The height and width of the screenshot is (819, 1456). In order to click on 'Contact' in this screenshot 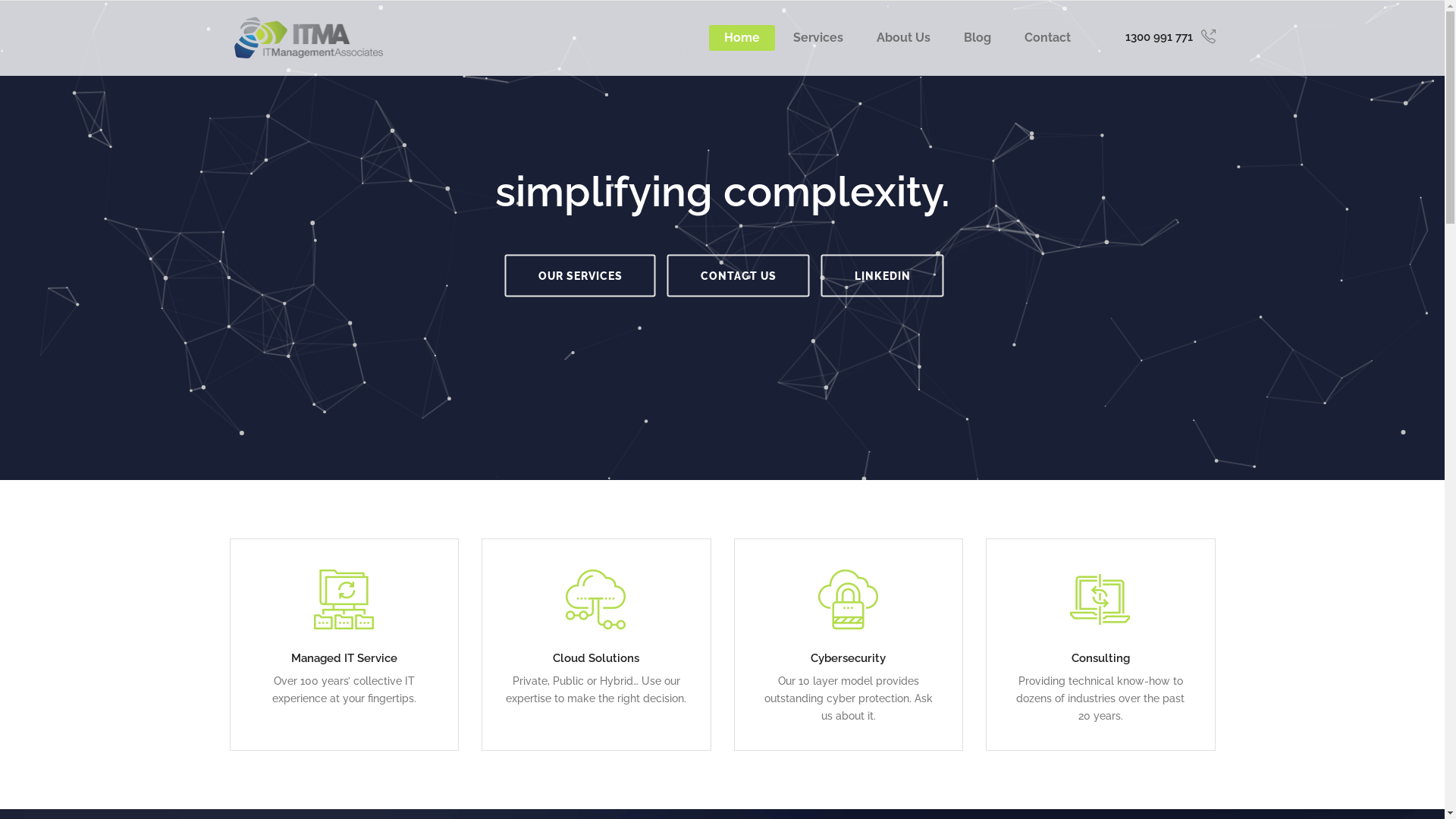, I will do `click(1046, 37)`.